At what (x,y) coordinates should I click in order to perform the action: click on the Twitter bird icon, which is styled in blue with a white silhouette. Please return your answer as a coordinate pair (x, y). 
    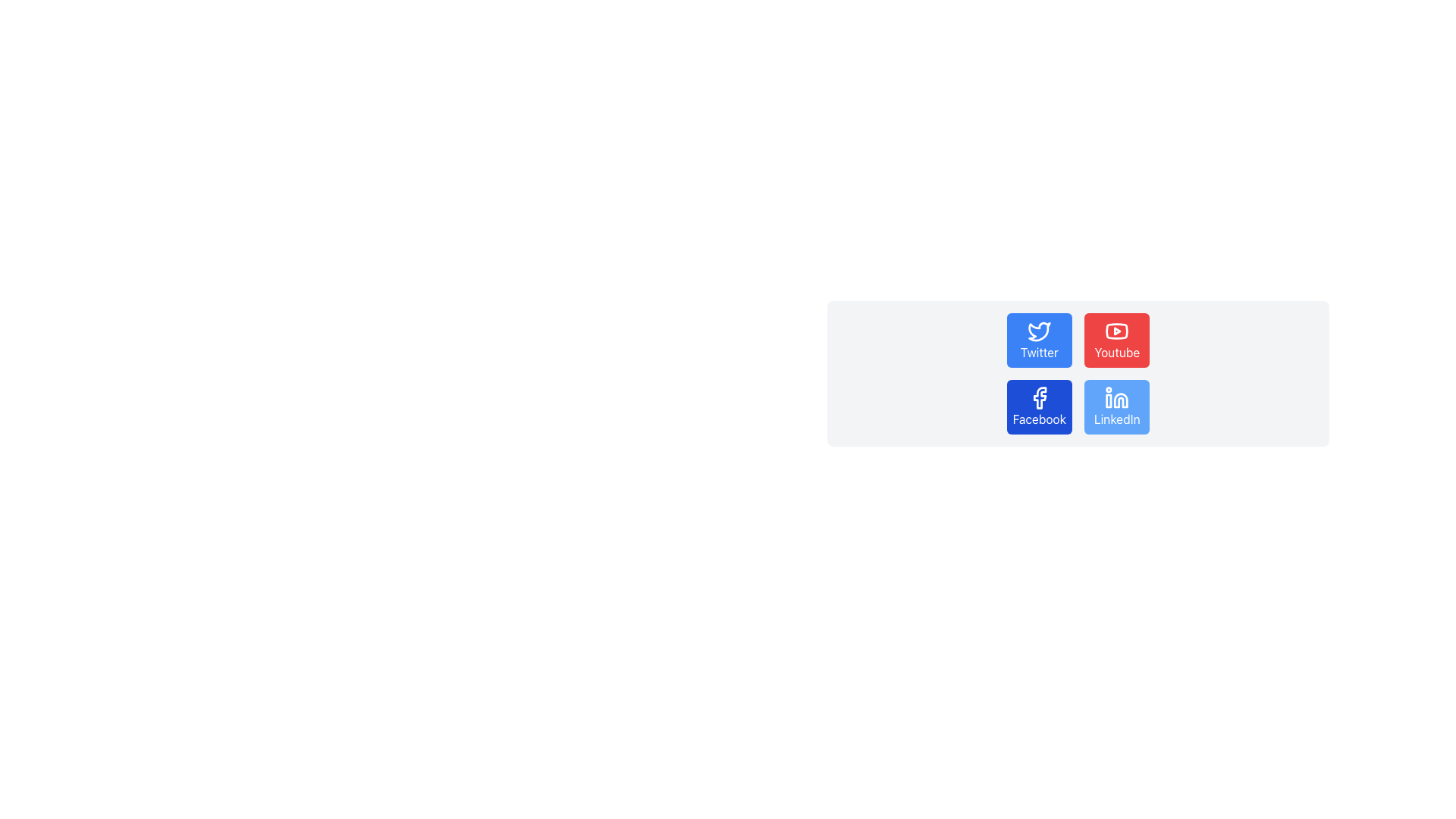
    Looking at the image, I should click on (1038, 331).